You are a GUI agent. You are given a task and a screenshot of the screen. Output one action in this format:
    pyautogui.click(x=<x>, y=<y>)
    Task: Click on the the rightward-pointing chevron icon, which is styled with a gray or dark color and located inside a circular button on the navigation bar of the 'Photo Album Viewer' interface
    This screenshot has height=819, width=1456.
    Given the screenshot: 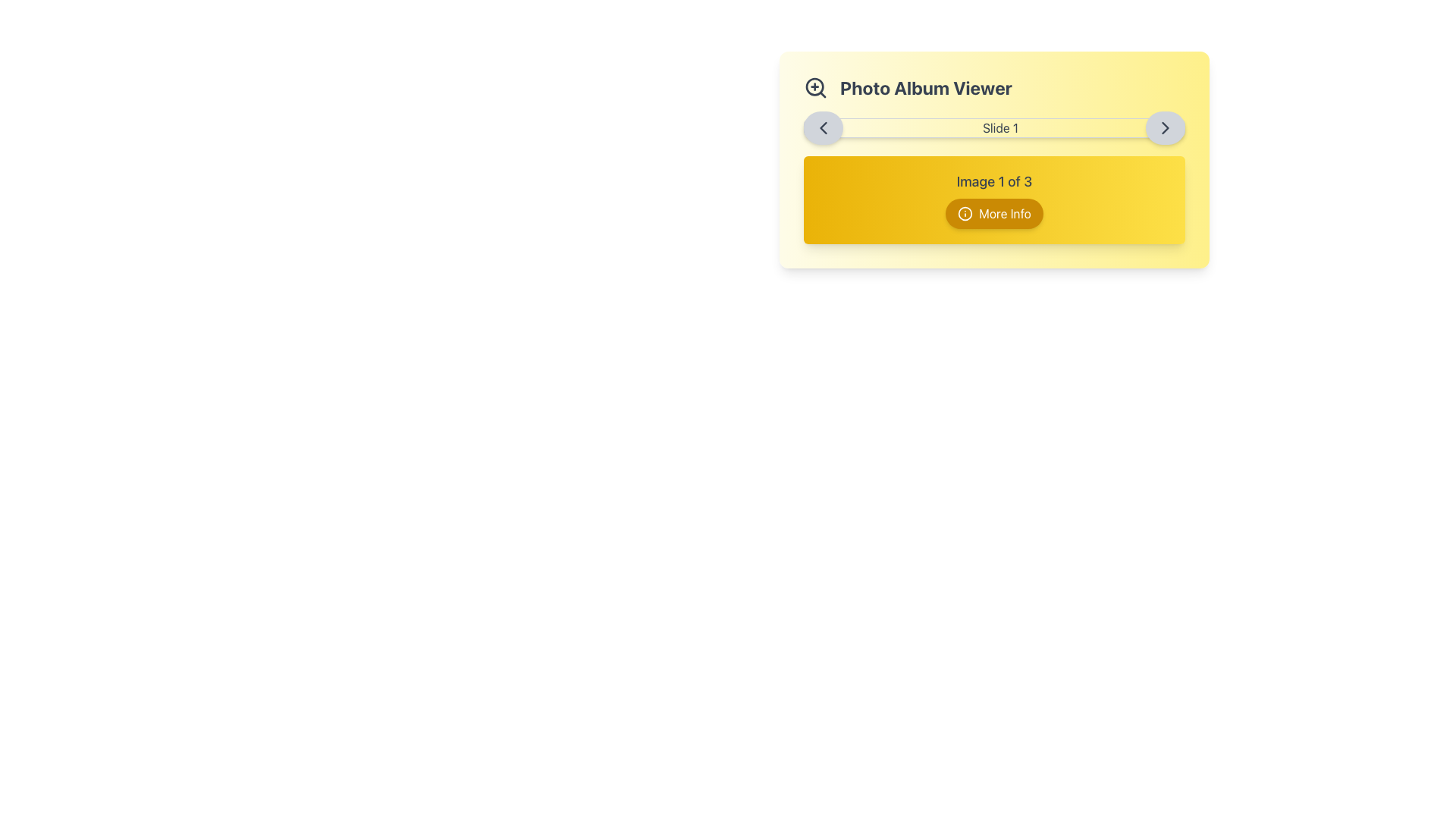 What is the action you would take?
    pyautogui.click(x=1164, y=127)
    